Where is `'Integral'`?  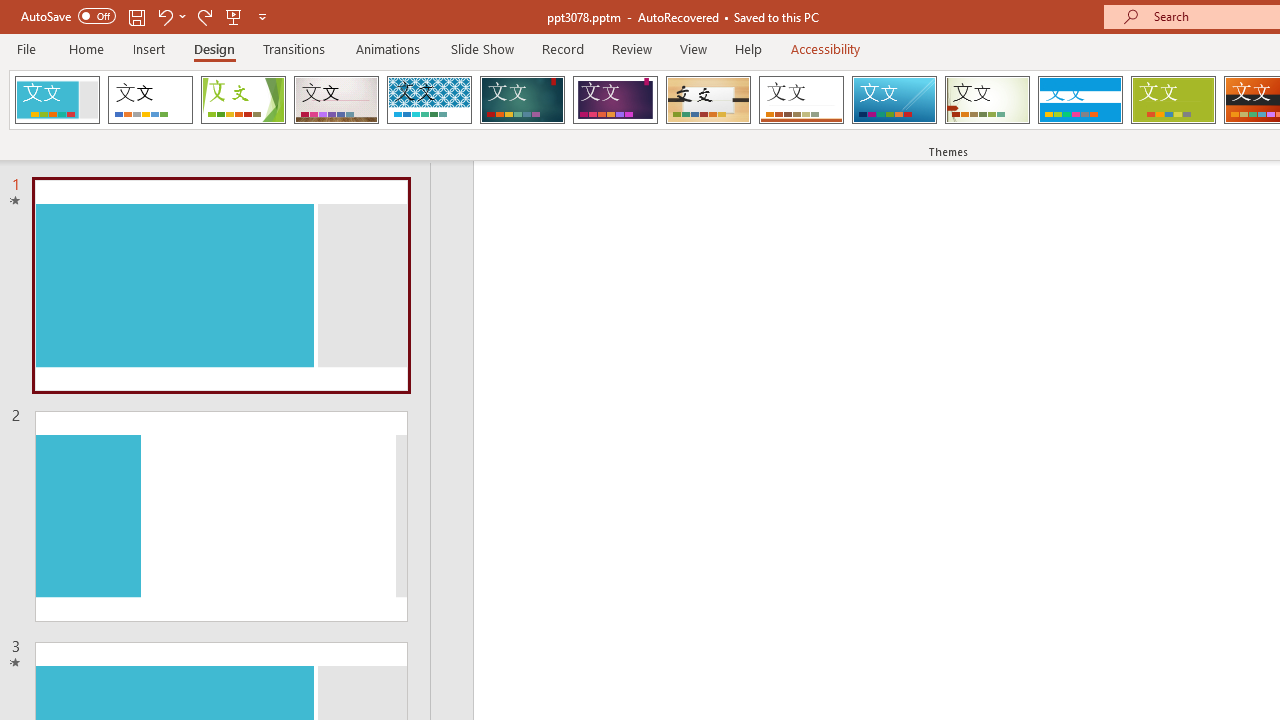
'Integral' is located at coordinates (428, 100).